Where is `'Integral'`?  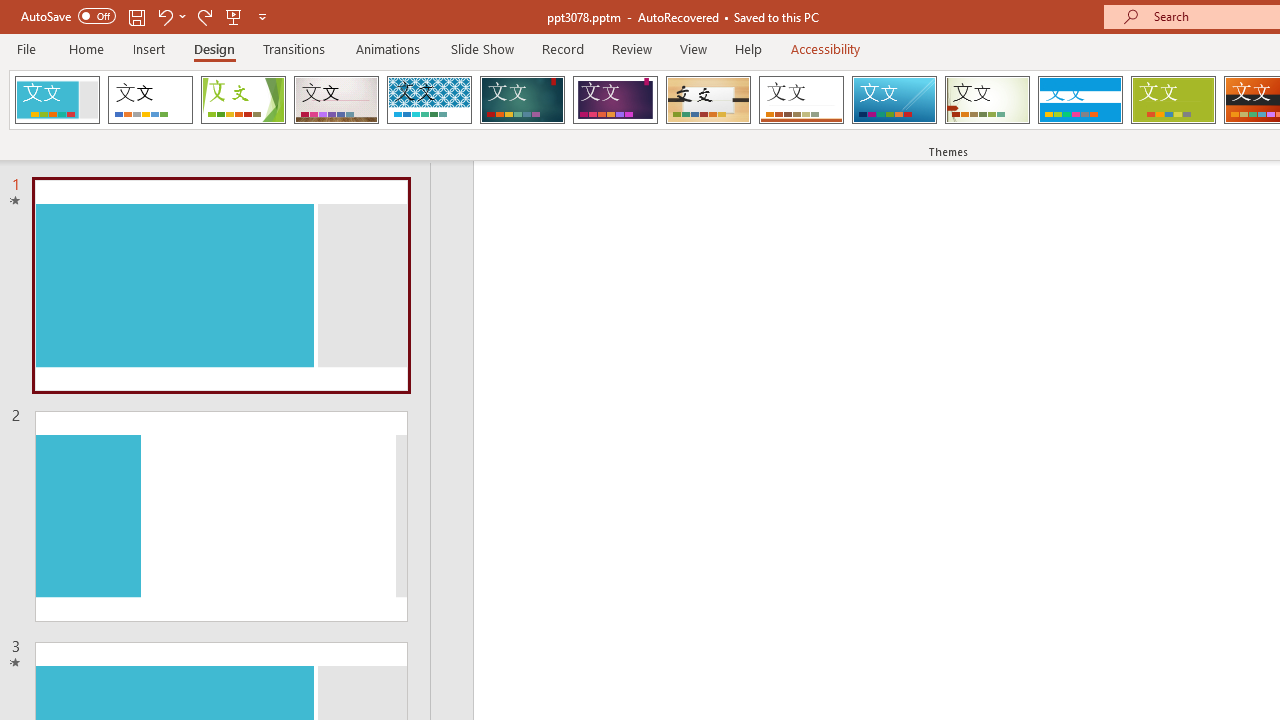
'Integral' is located at coordinates (428, 100).